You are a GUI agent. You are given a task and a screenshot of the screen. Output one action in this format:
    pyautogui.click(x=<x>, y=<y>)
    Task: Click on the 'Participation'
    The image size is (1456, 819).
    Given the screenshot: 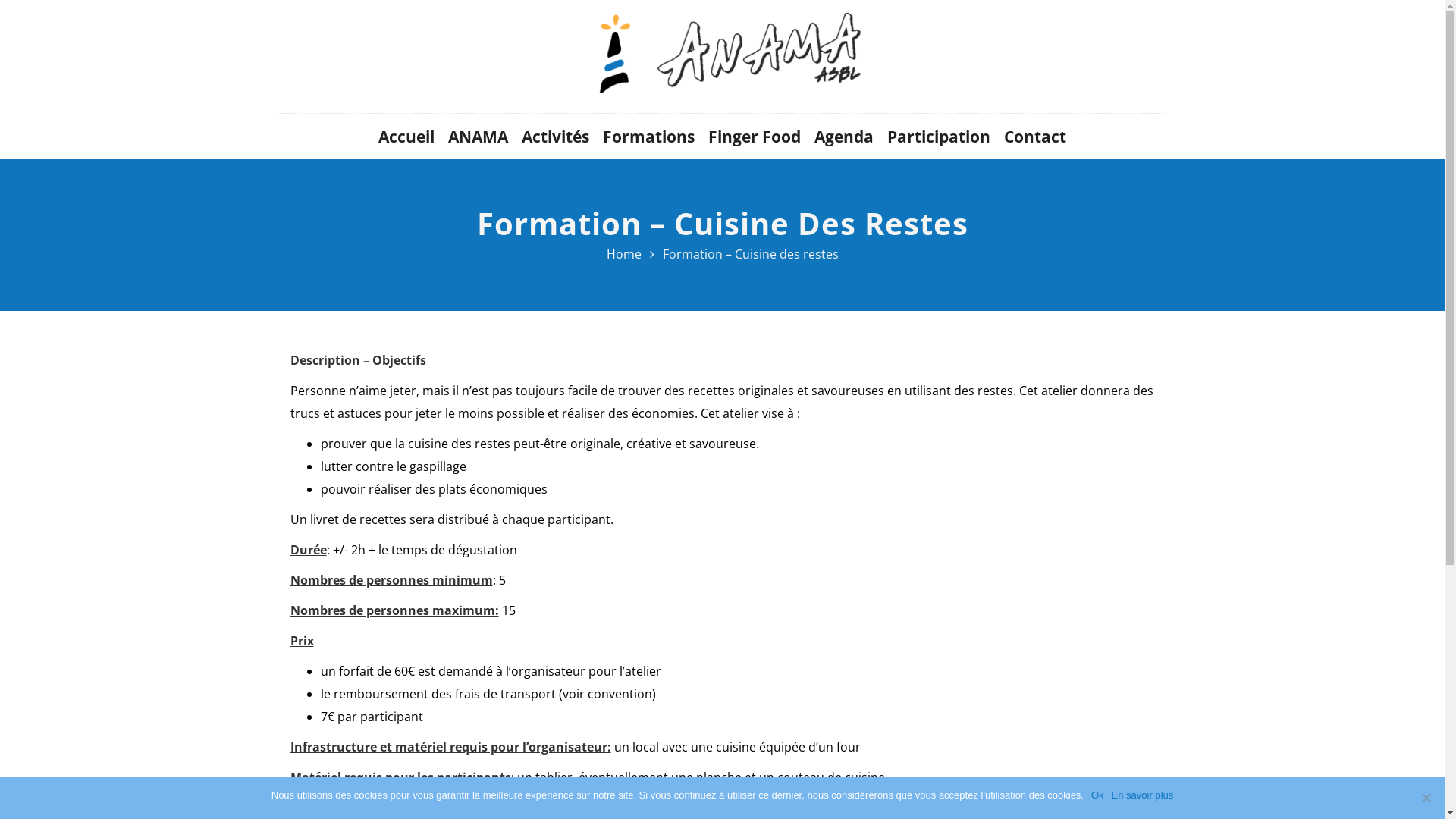 What is the action you would take?
    pyautogui.click(x=938, y=136)
    